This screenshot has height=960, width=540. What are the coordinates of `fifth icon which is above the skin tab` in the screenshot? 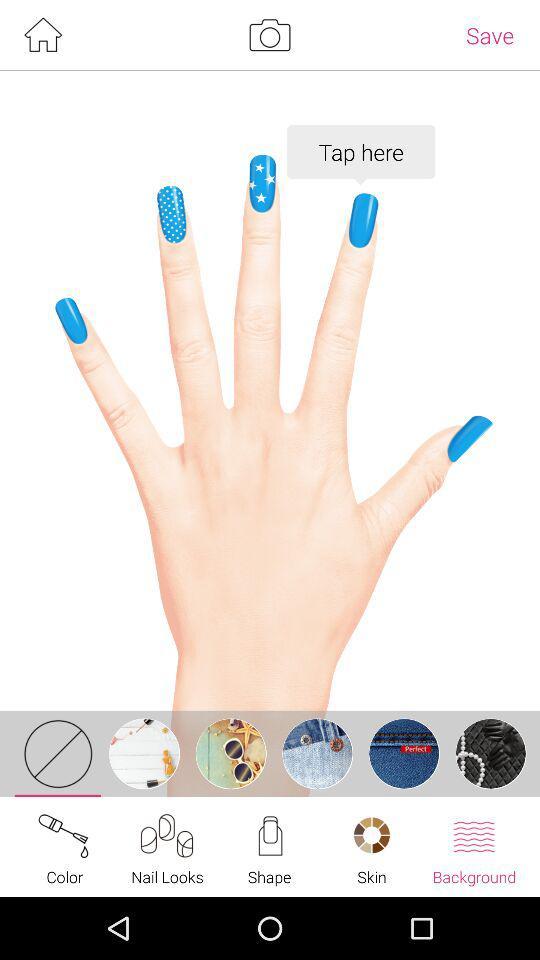 It's located at (403, 752).